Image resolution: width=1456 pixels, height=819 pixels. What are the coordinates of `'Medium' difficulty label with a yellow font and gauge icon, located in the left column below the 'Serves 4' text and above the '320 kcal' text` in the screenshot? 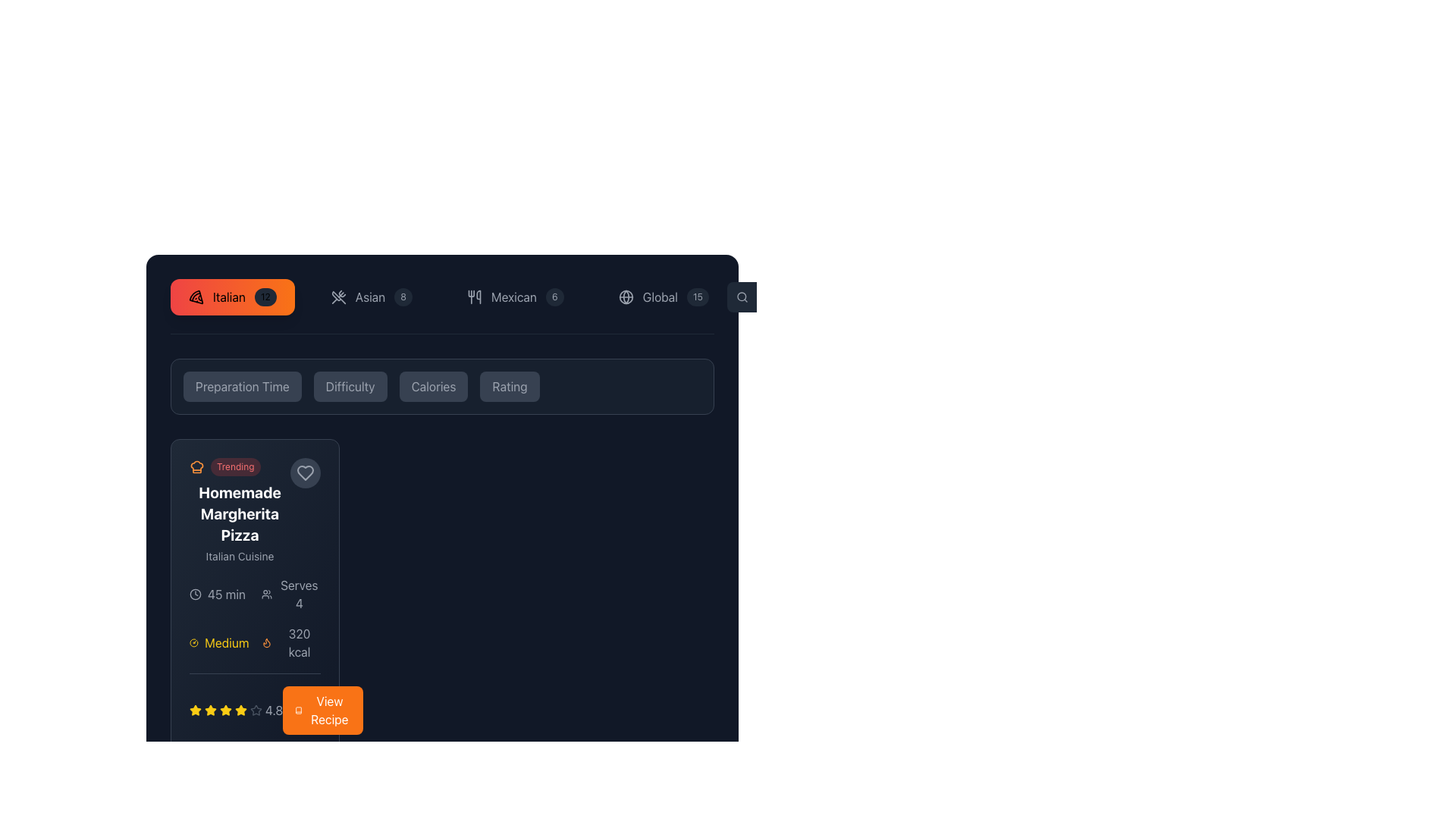 It's located at (218, 643).